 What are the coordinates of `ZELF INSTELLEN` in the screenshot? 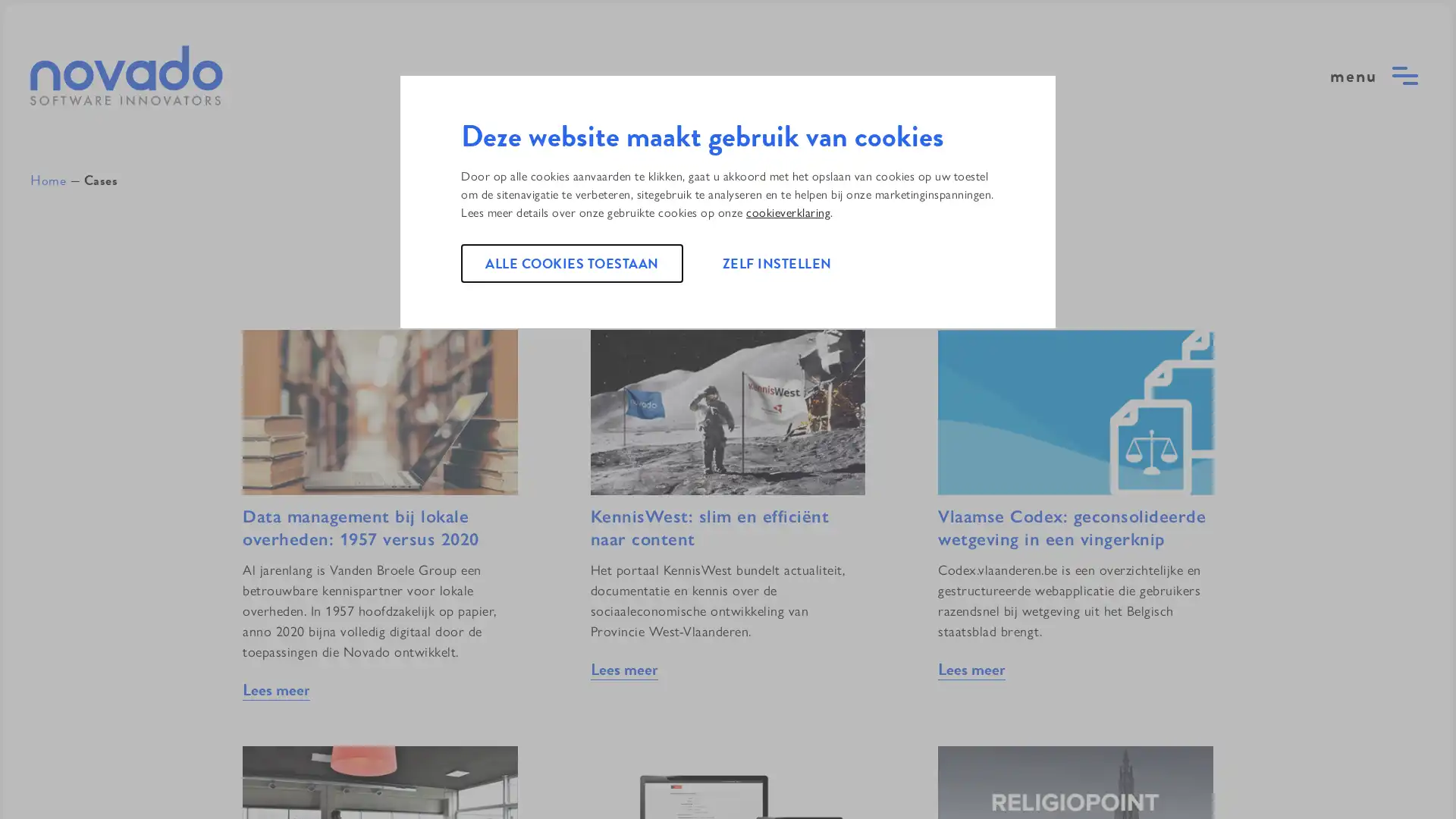 It's located at (776, 262).